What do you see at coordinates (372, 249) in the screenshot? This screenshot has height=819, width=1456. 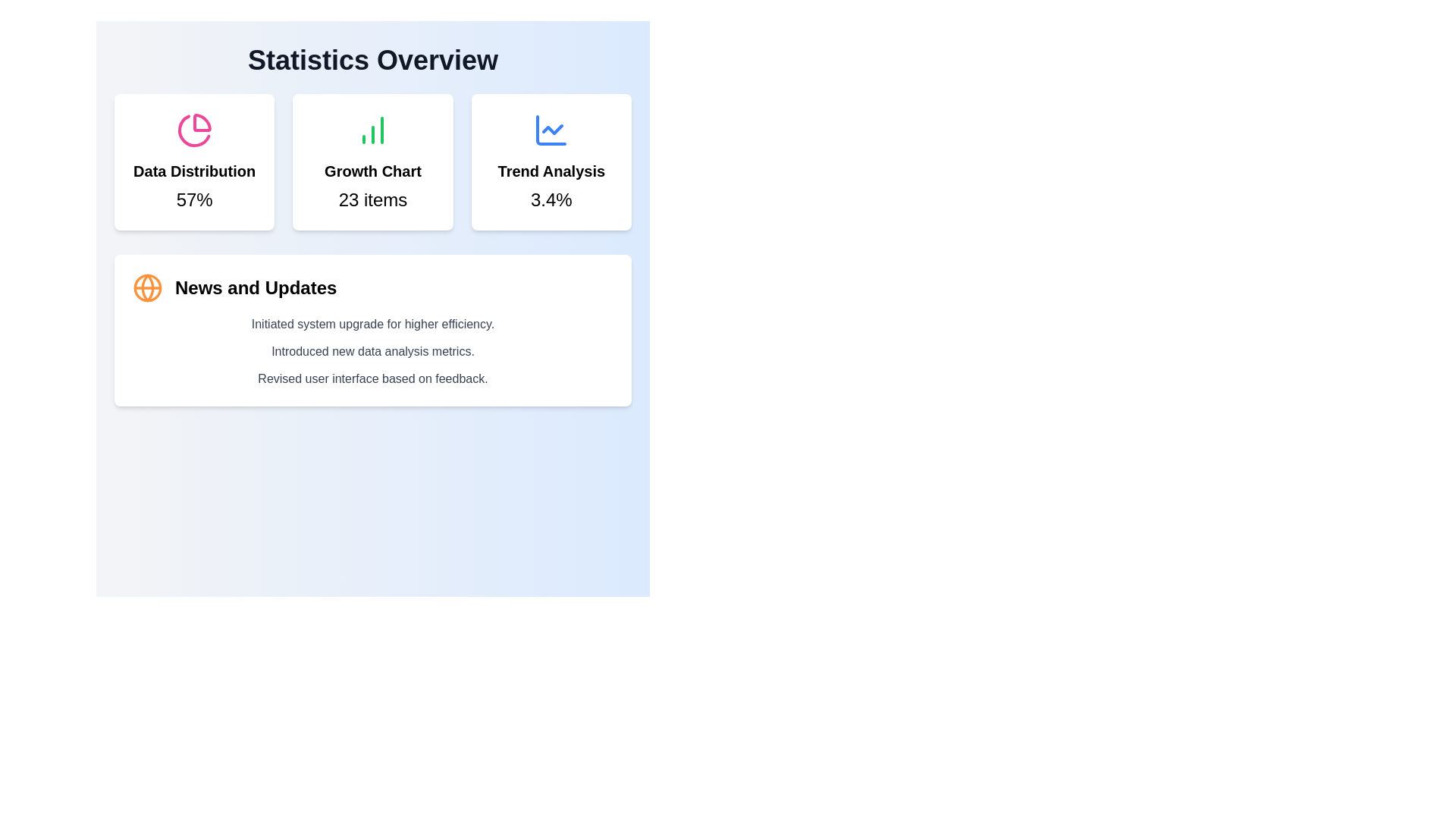 I see `the Informational panel located below the 'Data Distribution', 'Growth Chart', and 'Trend Analysis' cards in the main dashboard layout` at bounding box center [372, 249].